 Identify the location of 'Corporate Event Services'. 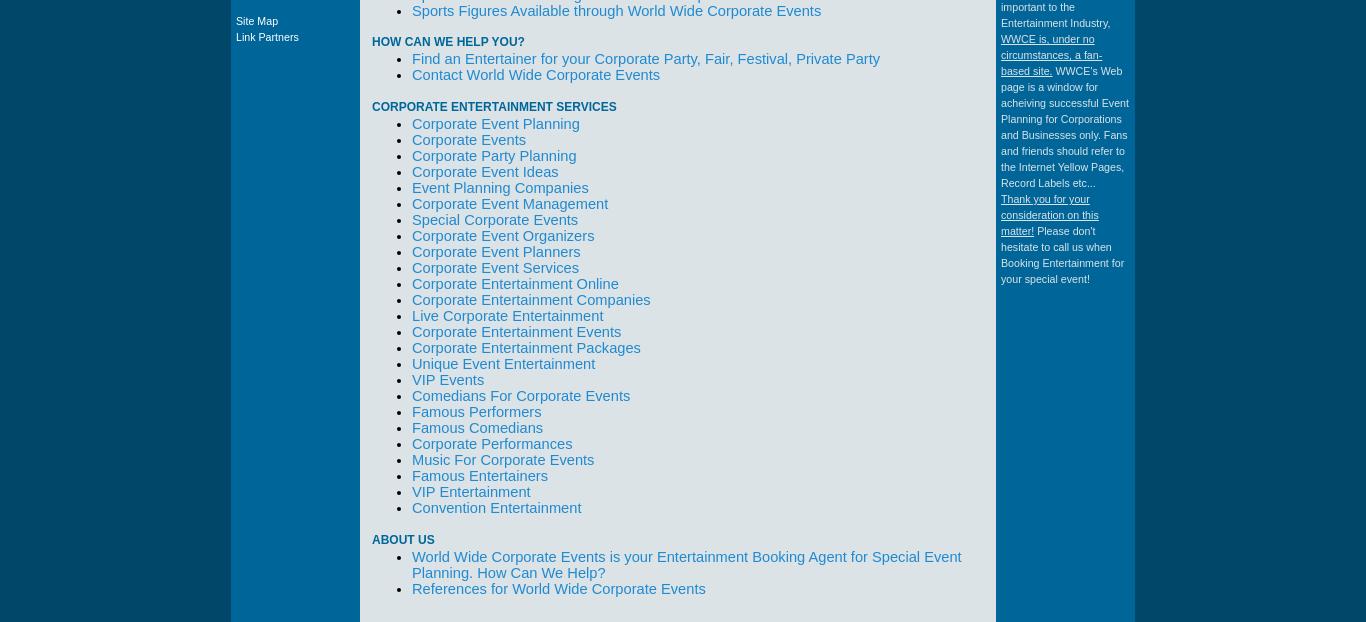
(495, 268).